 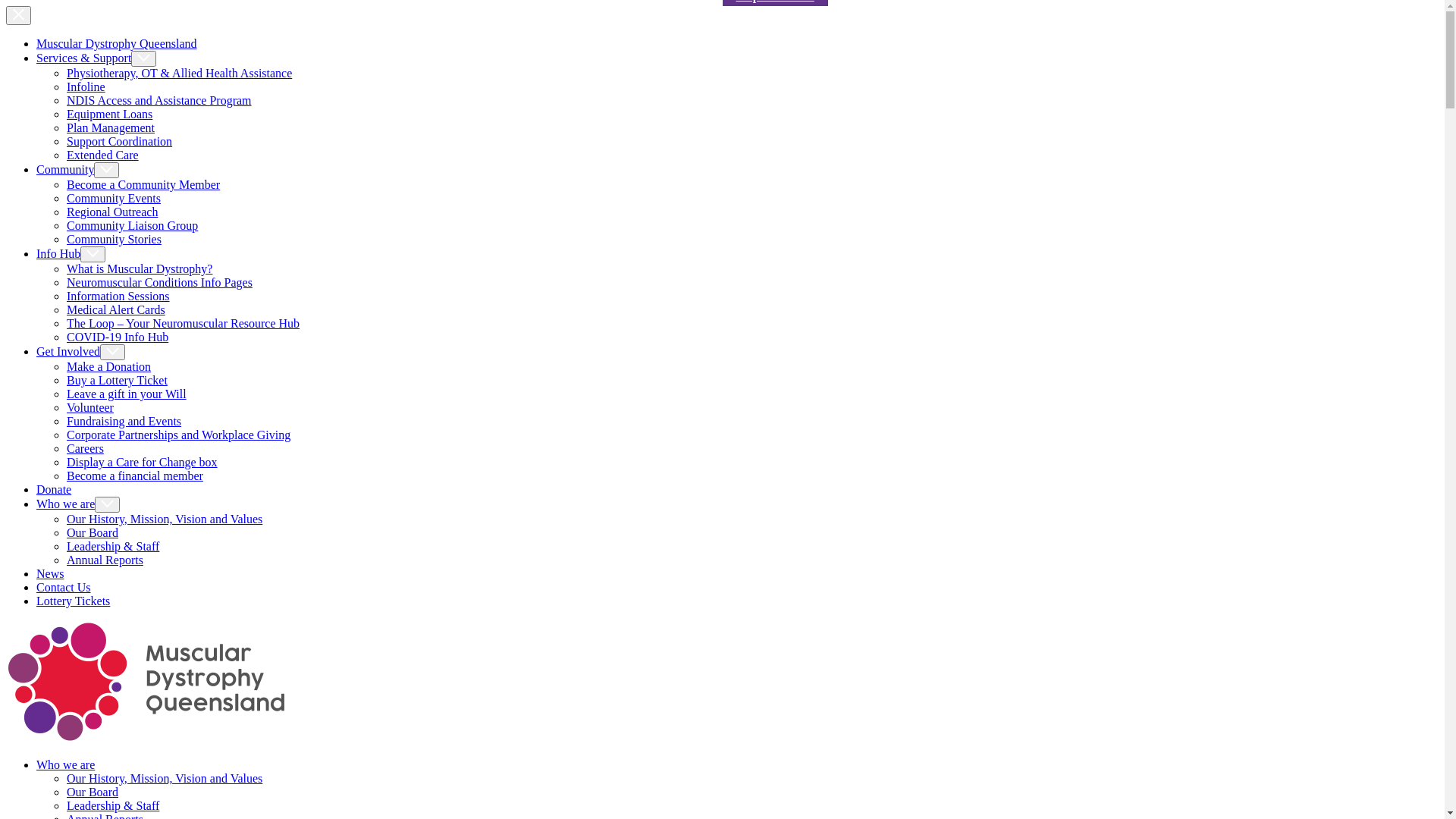 What do you see at coordinates (143, 184) in the screenshot?
I see `'Become a Community Member'` at bounding box center [143, 184].